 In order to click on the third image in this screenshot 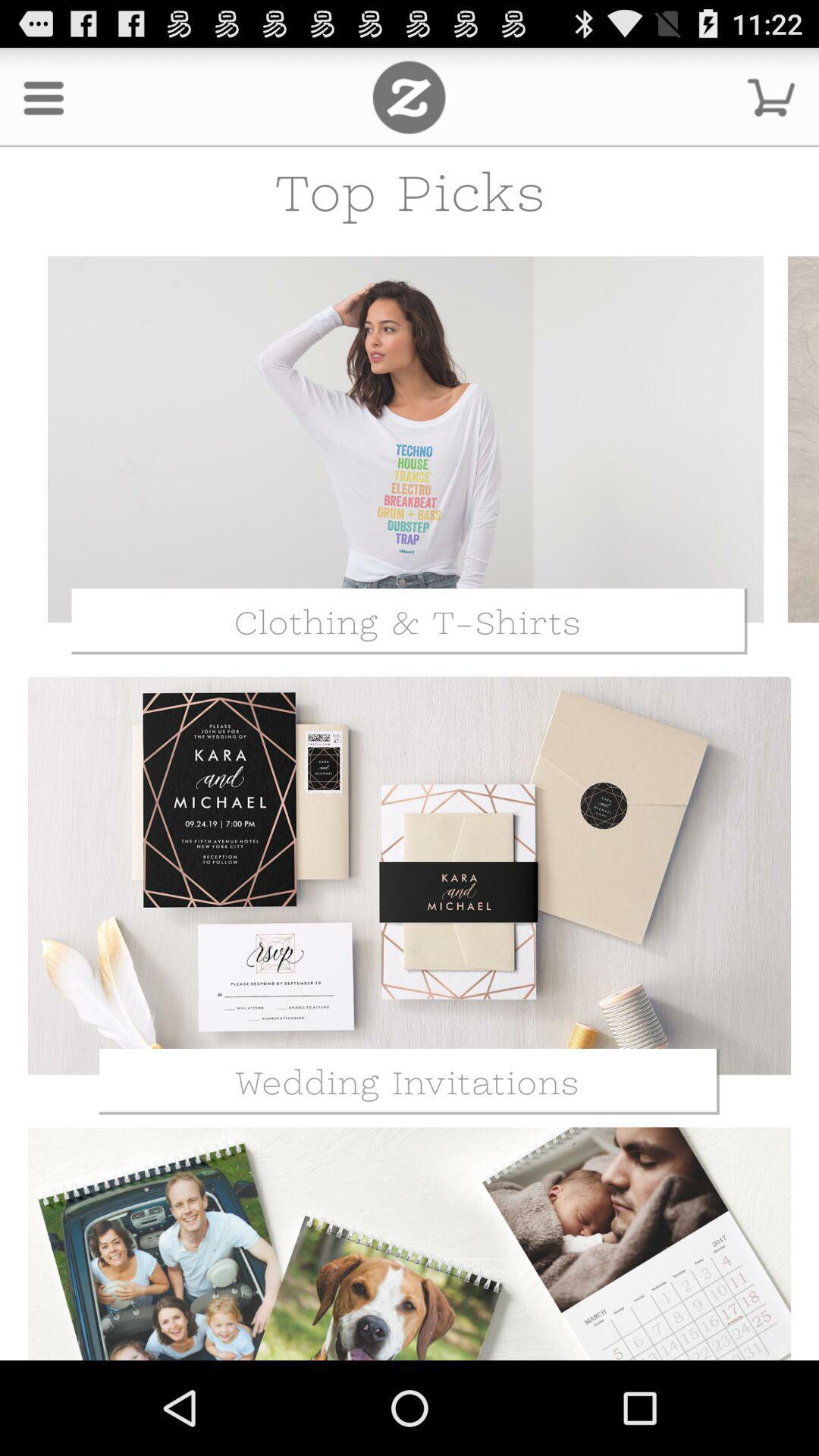, I will do `click(409, 1241)`.